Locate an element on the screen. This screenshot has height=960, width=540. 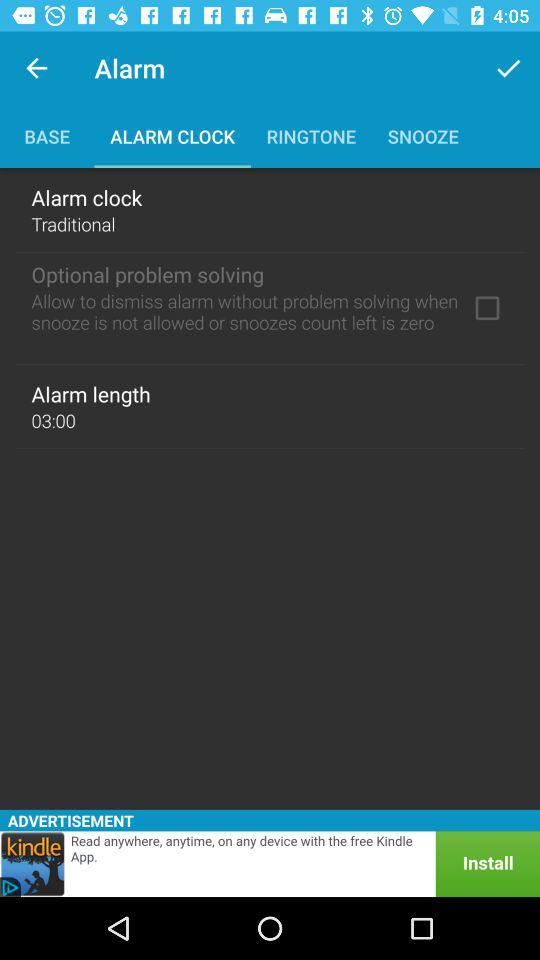
icon next to the alarm app is located at coordinates (36, 68).